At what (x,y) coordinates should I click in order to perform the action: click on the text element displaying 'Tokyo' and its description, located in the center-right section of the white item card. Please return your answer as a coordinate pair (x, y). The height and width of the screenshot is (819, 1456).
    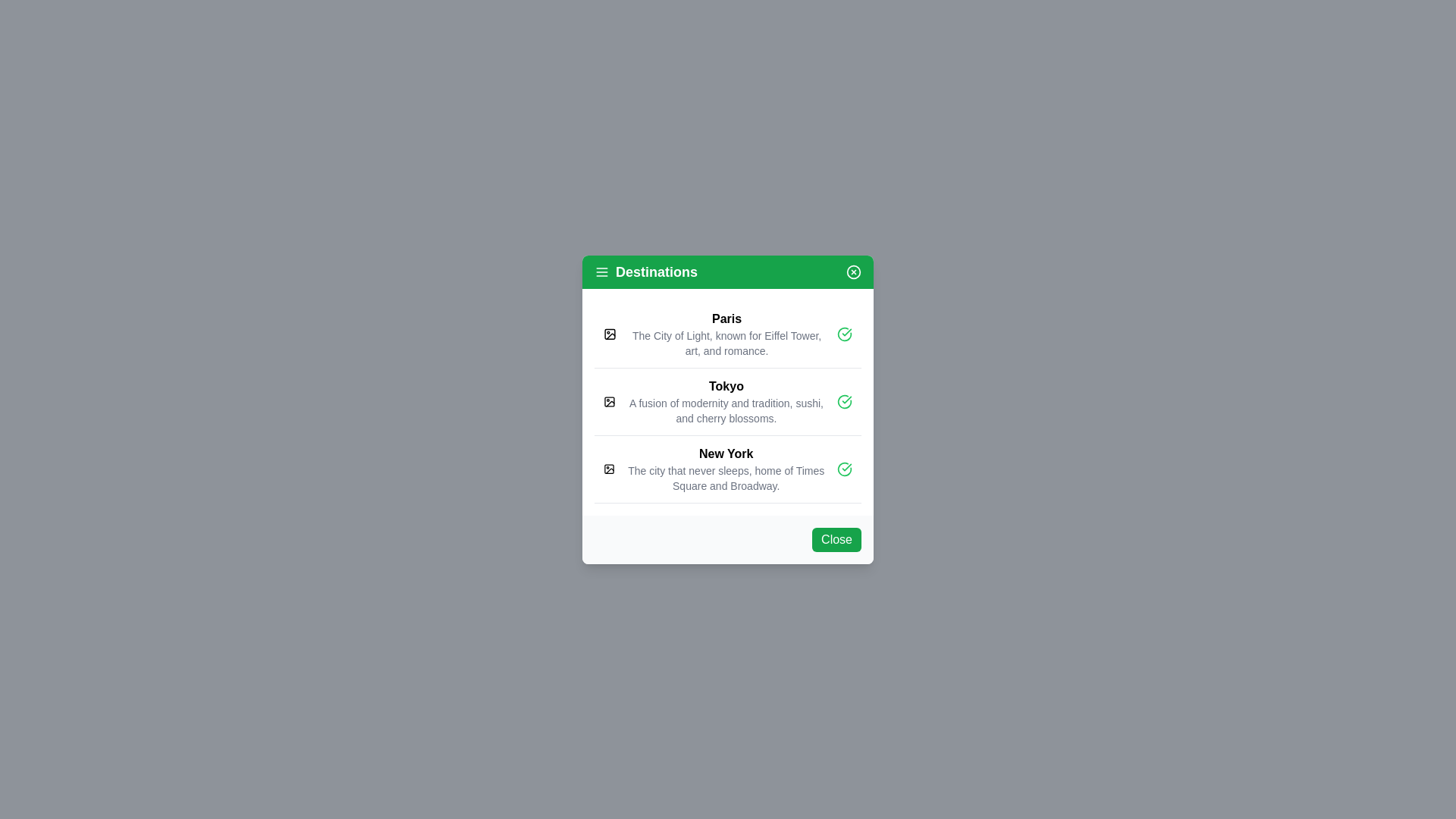
    Looking at the image, I should click on (725, 400).